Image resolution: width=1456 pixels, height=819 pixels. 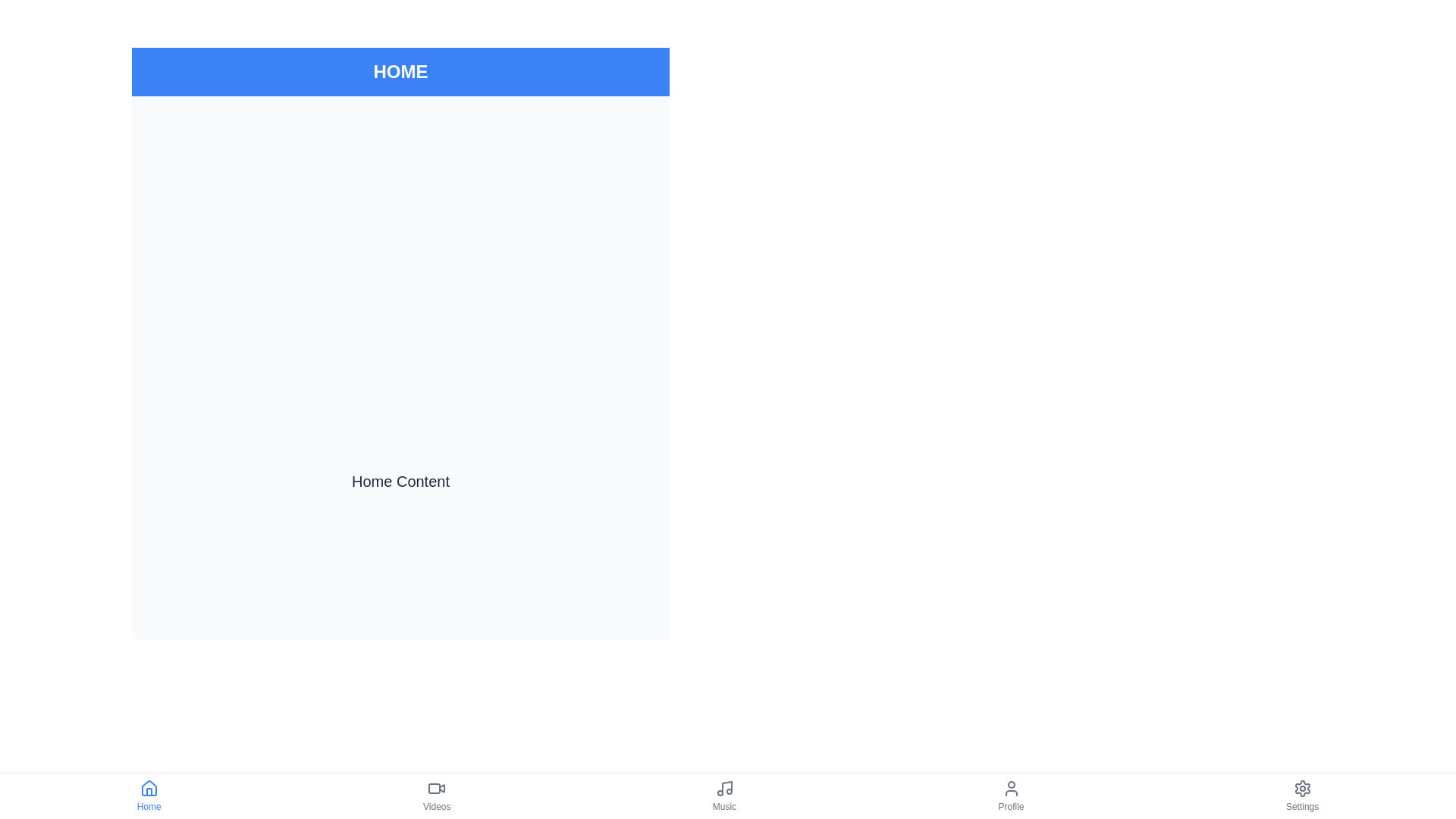 What do you see at coordinates (726, 786) in the screenshot?
I see `the primary vertical line of the music note icon in the Music tab of the bottom navigation bar` at bounding box center [726, 786].